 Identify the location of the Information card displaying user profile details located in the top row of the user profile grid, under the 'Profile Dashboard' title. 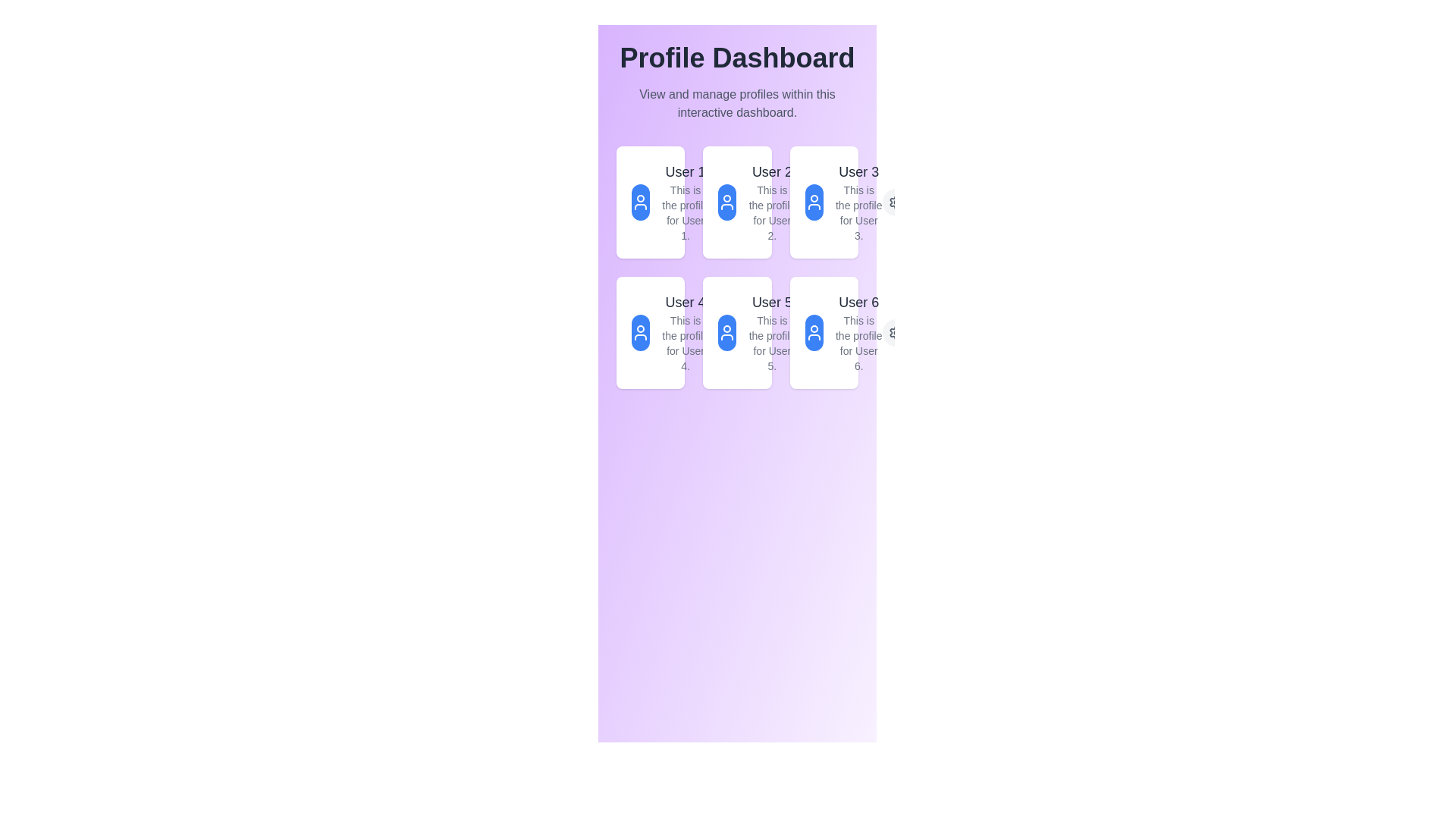
(843, 201).